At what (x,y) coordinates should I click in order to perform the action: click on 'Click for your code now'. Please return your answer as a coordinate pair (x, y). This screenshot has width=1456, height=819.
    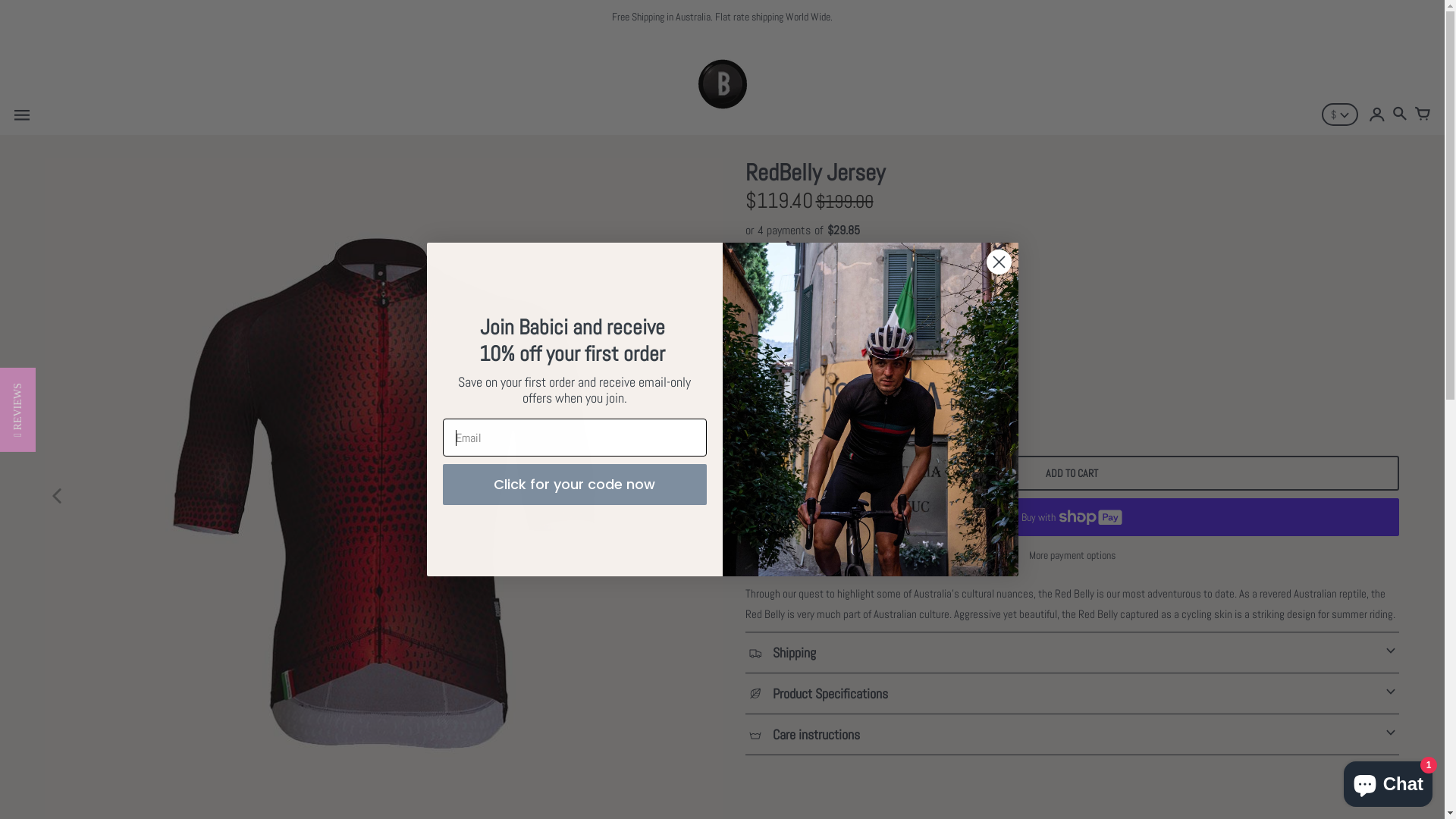
    Looking at the image, I should click on (574, 485).